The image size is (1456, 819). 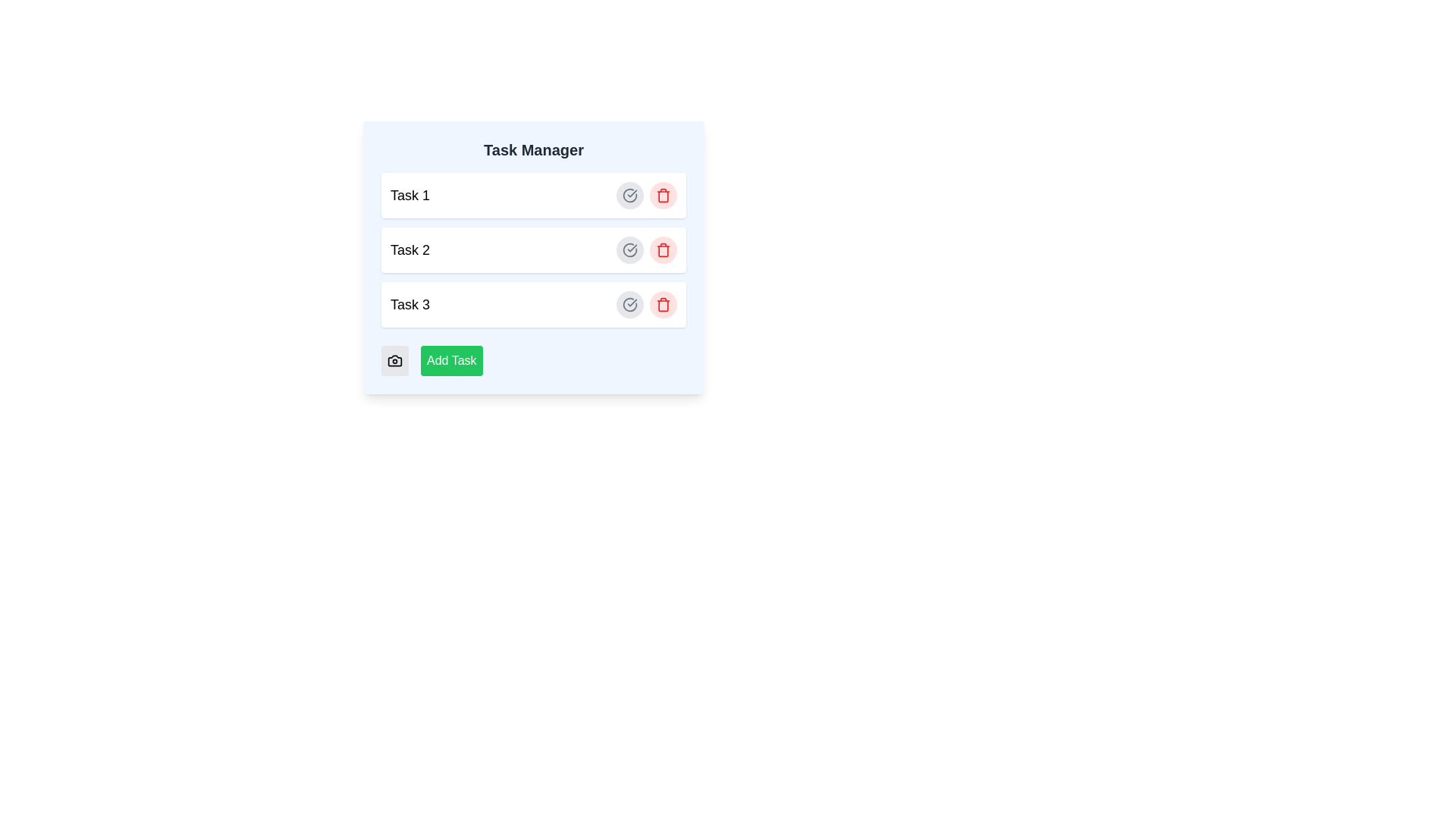 I want to click on the completion status icon (circle with checkmark) located in the third row of the task list, to the right of 'Task 3' and before the trash bin icon, so click(x=629, y=304).